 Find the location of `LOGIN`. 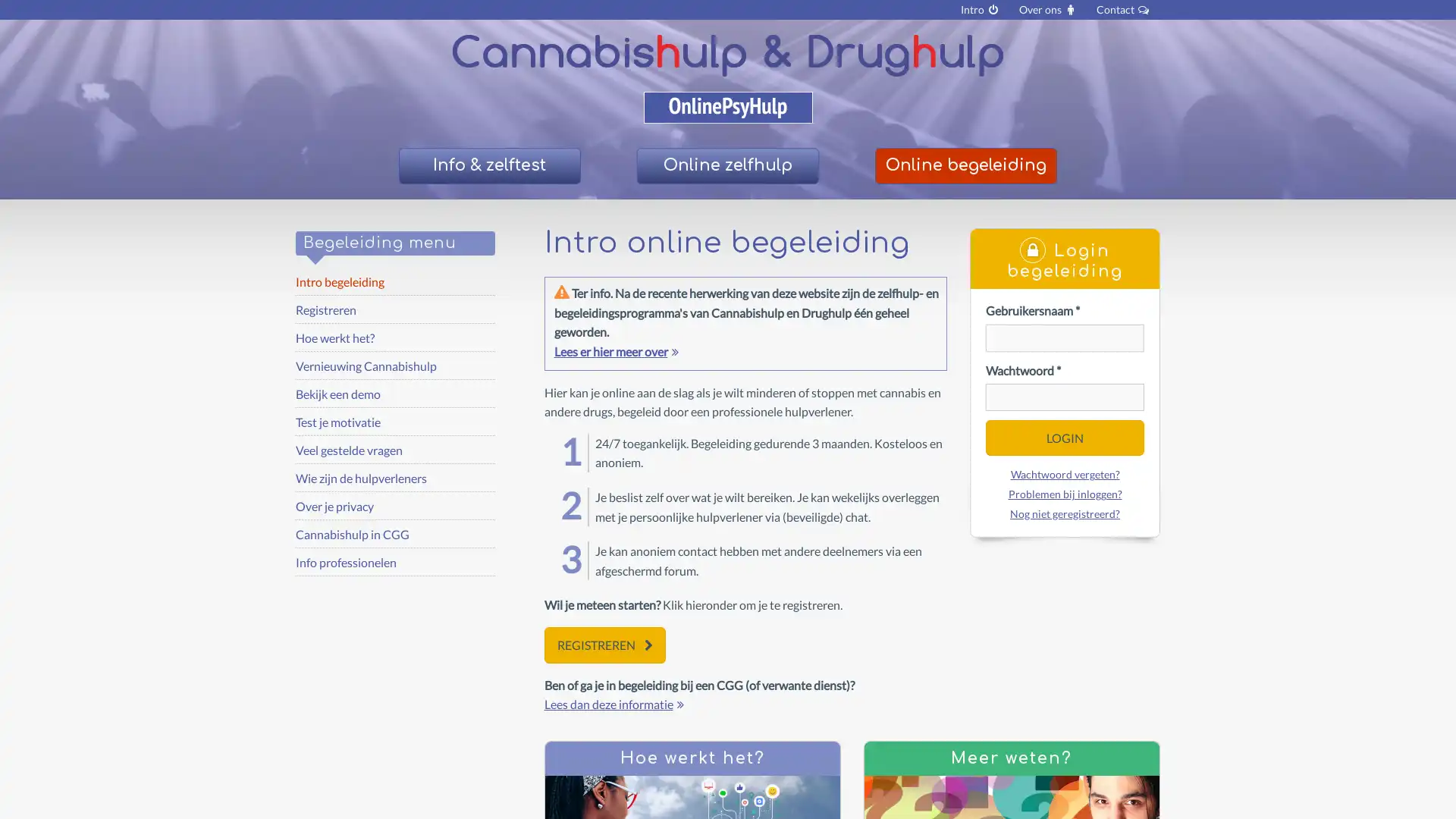

LOGIN is located at coordinates (1063, 438).